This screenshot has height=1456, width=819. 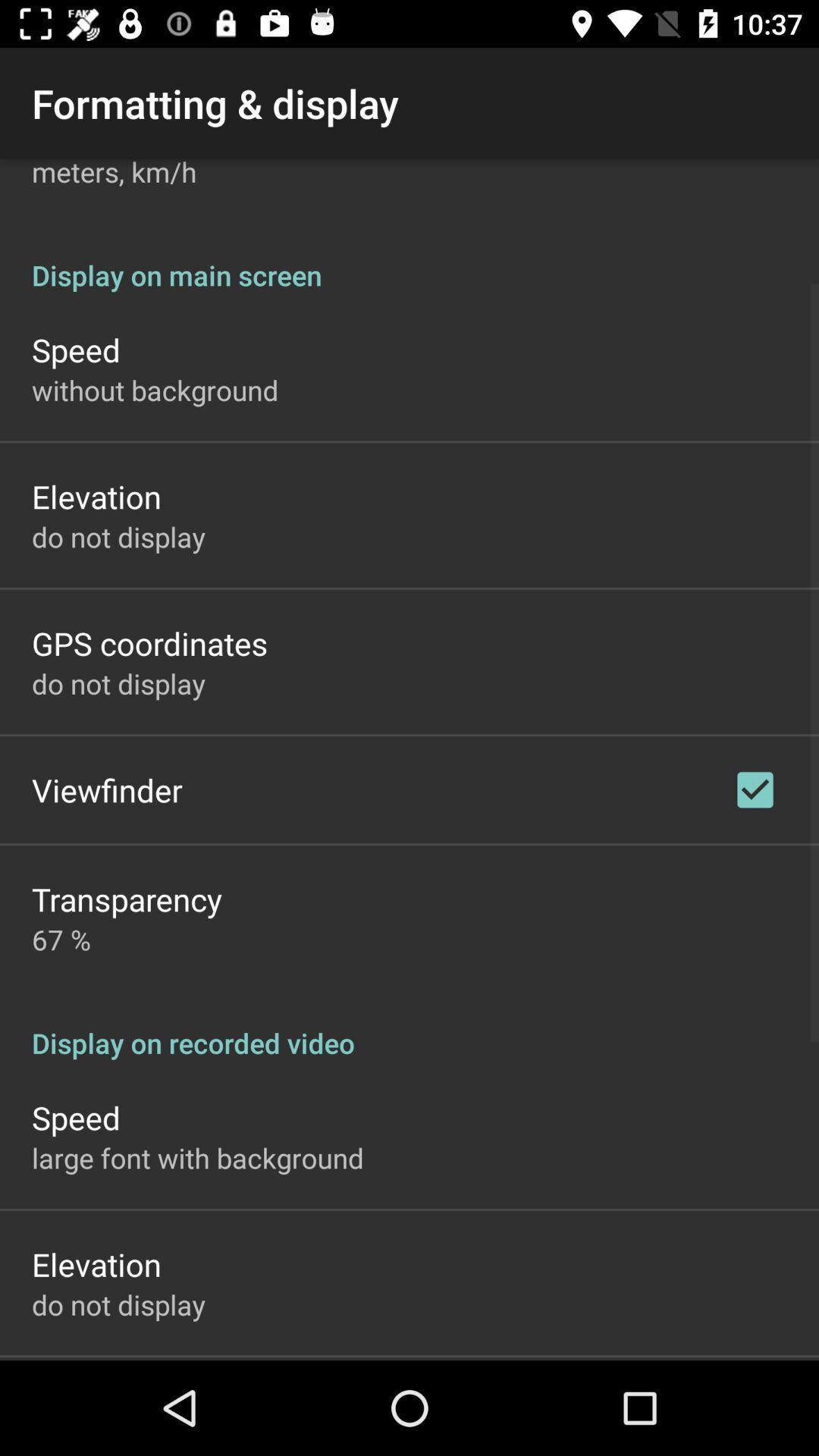 What do you see at coordinates (755, 789) in the screenshot?
I see `item next to viewfinder item` at bounding box center [755, 789].